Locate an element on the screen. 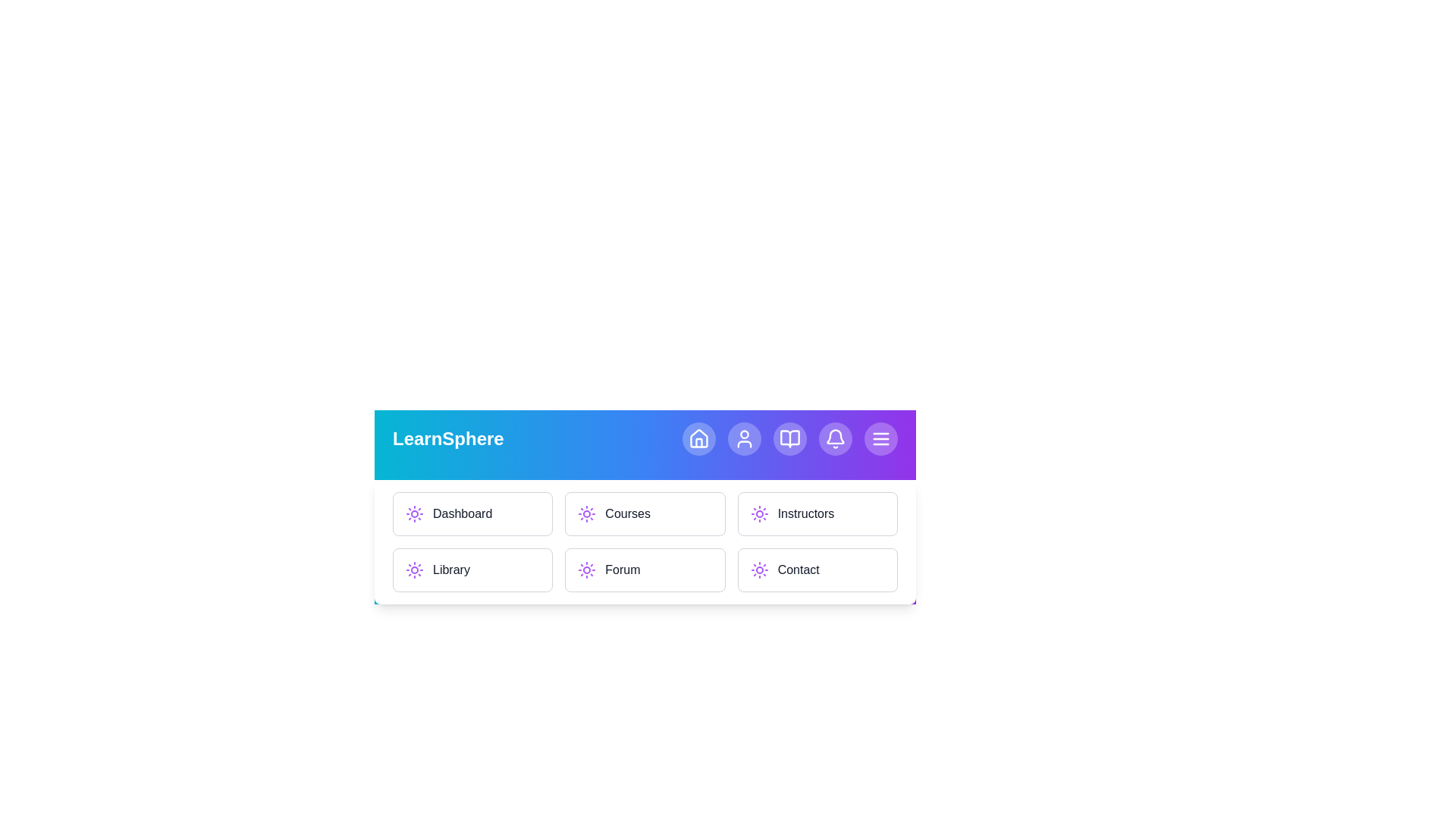  the menu item Dashboard to navigate to the corresponding section is located at coordinates (472, 513).